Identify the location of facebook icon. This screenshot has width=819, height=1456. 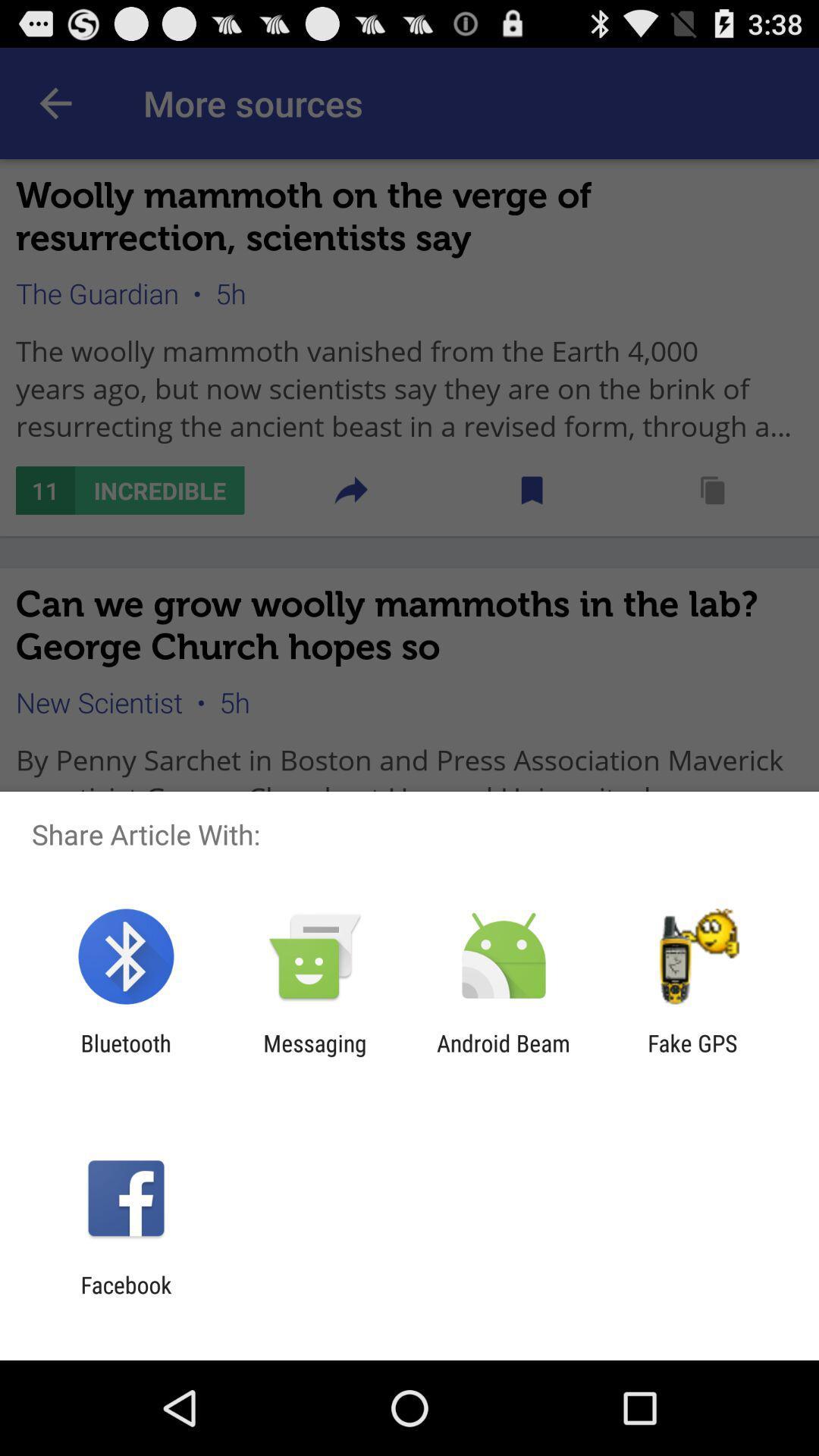
(125, 1298).